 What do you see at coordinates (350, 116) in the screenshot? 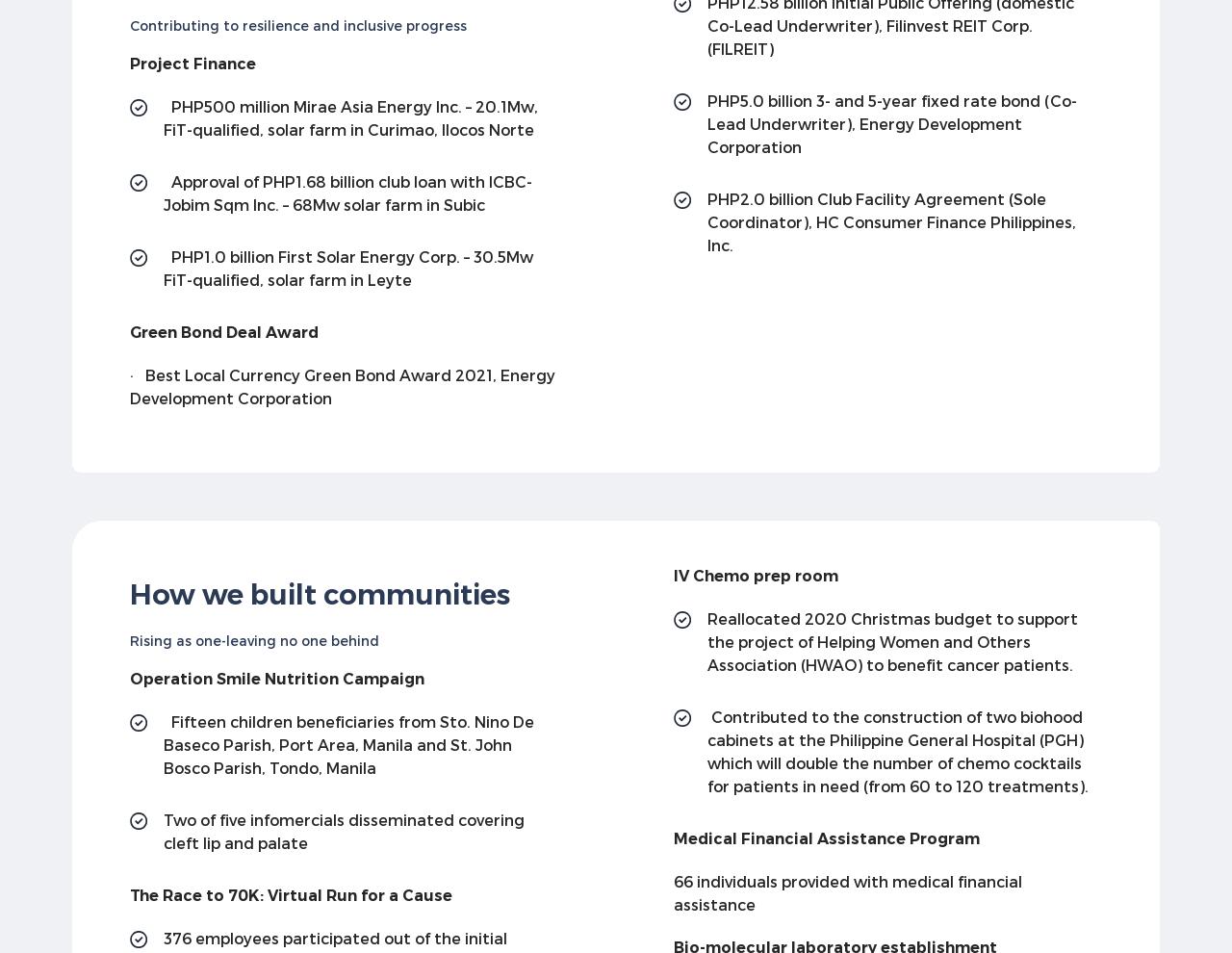
I see `'PHP500 million Mirae Asia Energy Inc. – 20.1Mw, FiT-qualified, solar farm in Curimao, Ilocos Norte'` at bounding box center [350, 116].